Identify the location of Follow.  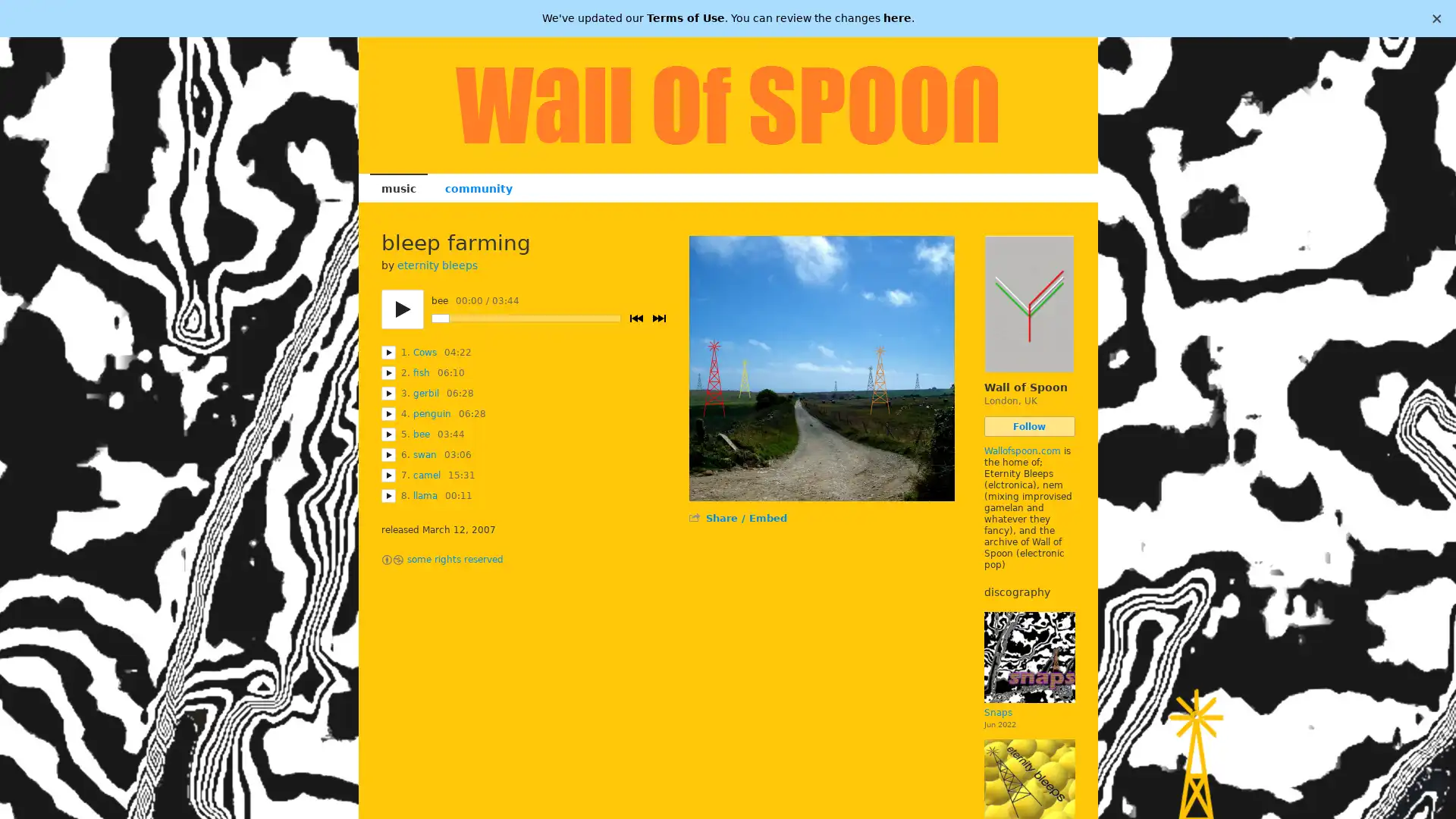
(1029, 426).